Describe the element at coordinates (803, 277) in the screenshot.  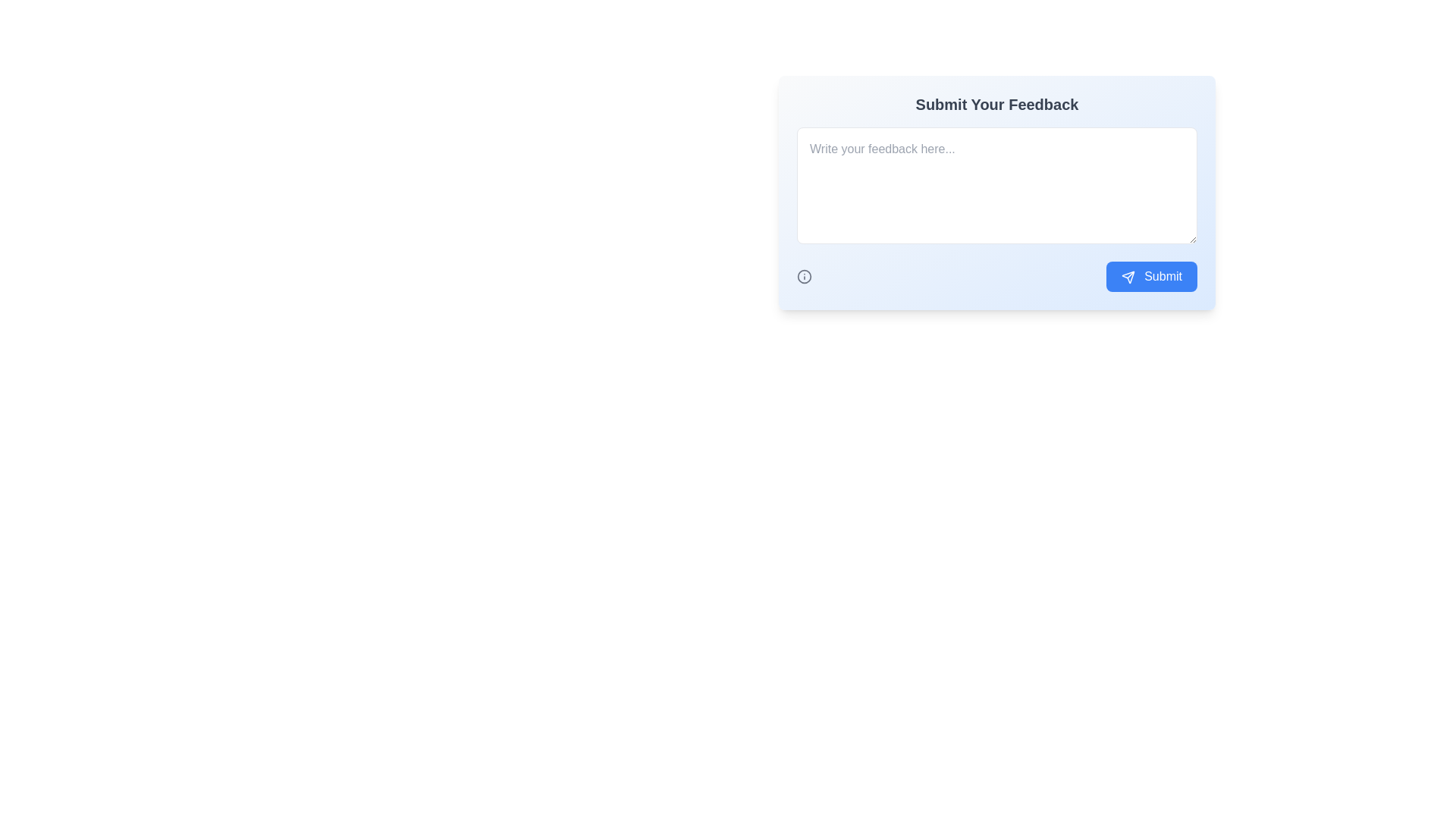
I see `the SVG circle that represents an information icon located at the bottom left corner of the feedback submission card` at that location.